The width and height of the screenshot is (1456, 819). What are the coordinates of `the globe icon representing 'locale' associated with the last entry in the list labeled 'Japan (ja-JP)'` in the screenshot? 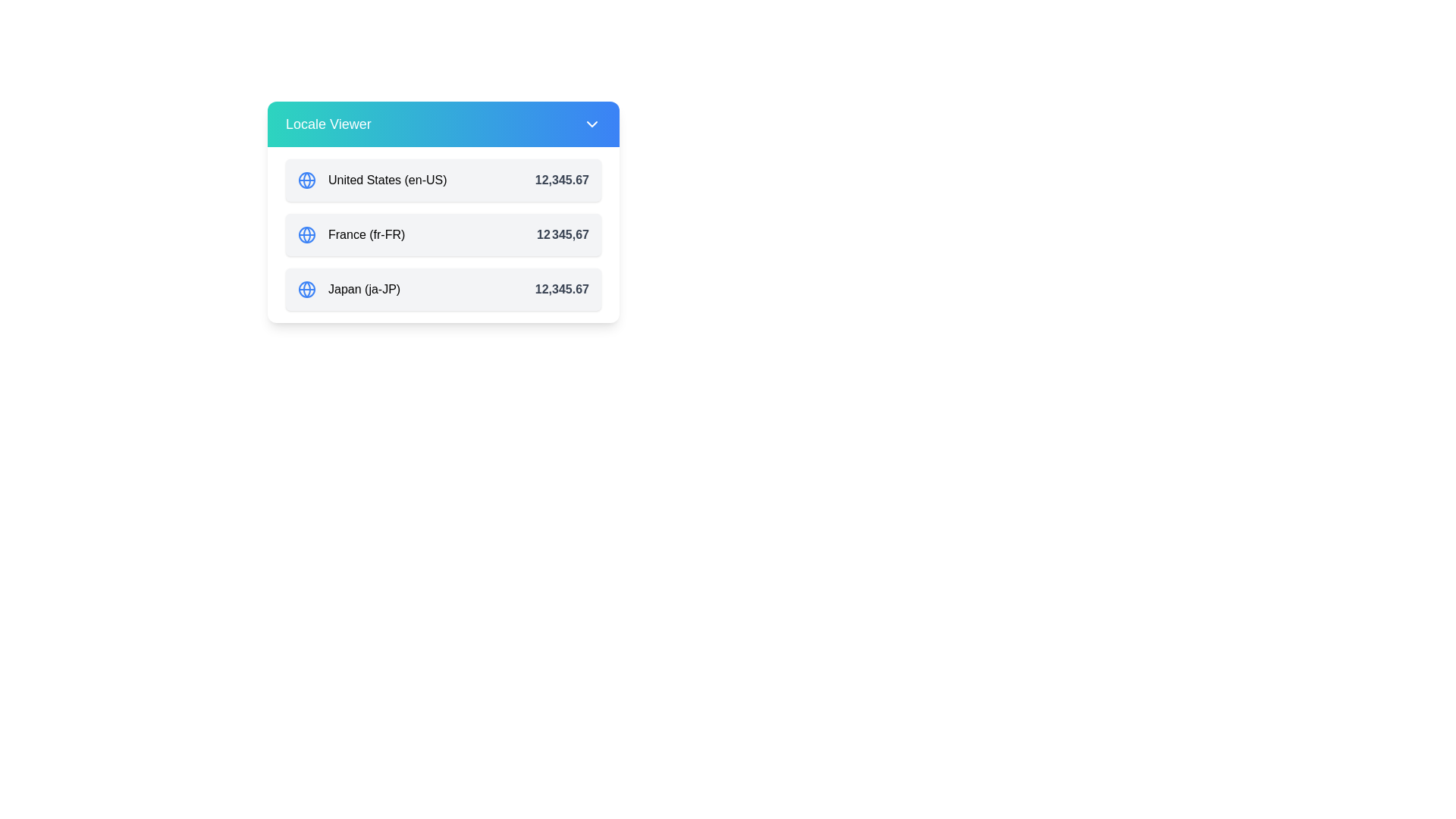 It's located at (306, 289).